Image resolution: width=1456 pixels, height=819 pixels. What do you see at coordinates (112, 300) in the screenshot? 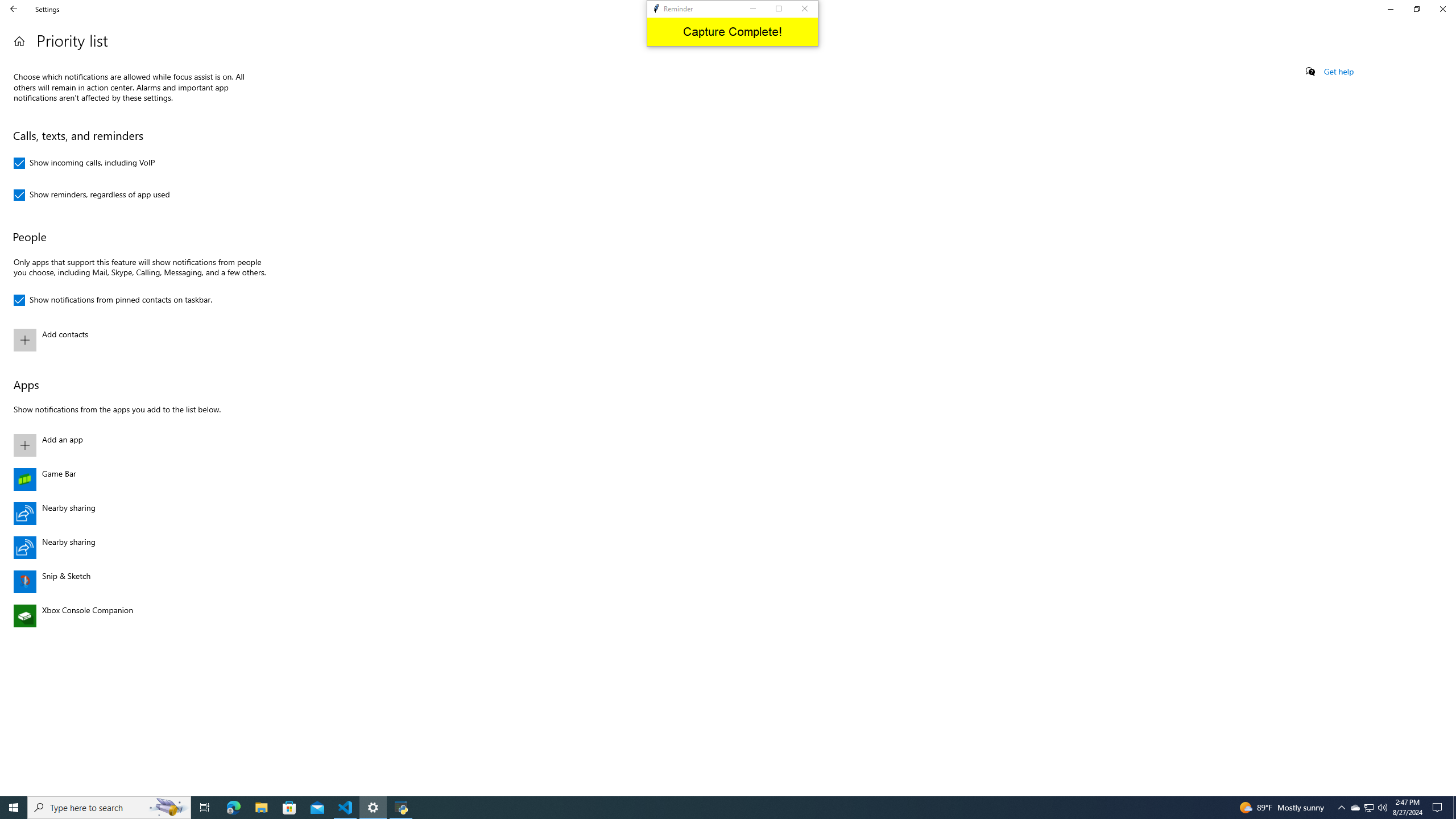
I see `'Show notifications from pinned contacts on taskbar.'` at bounding box center [112, 300].